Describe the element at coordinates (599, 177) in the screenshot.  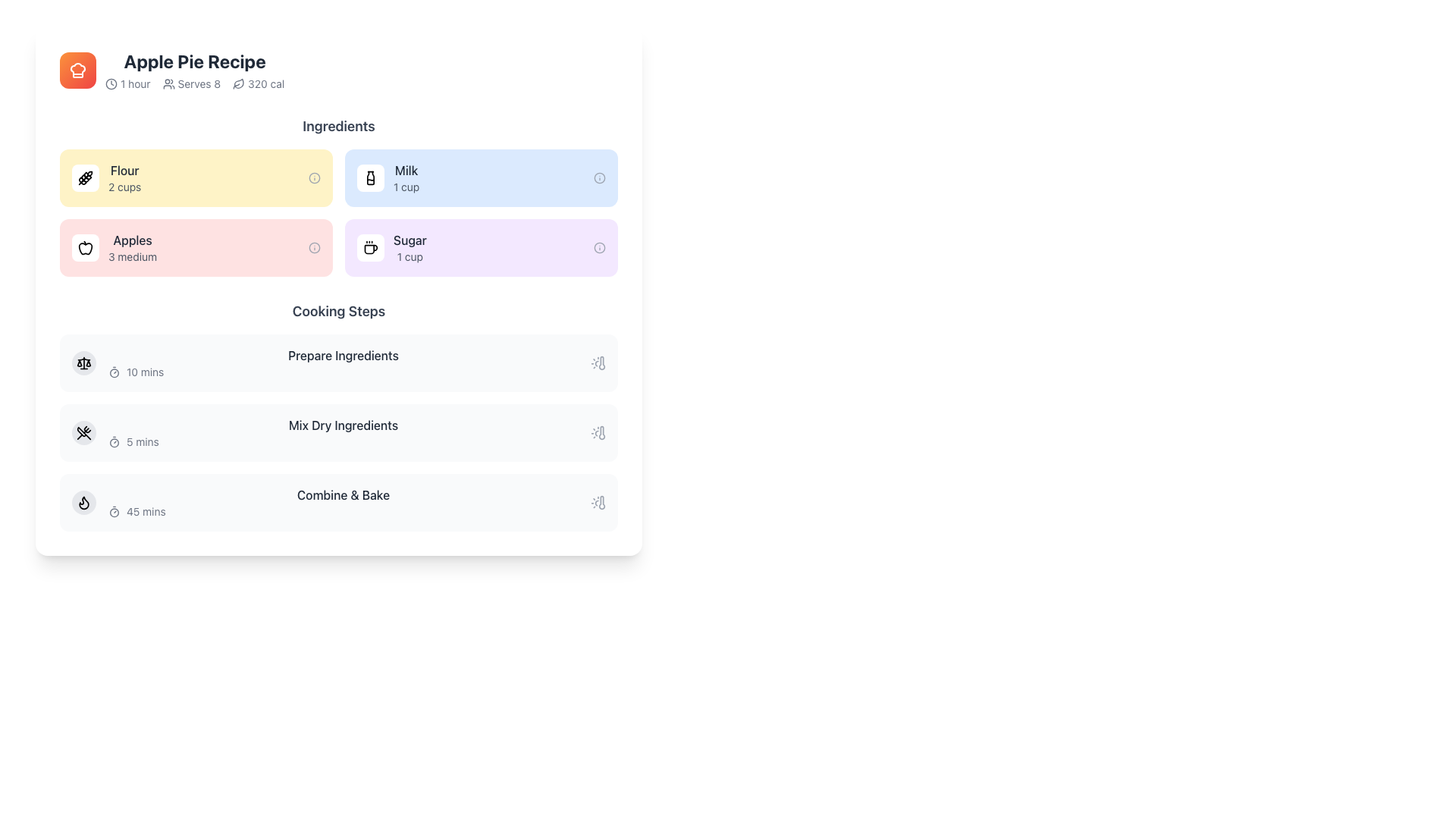
I see `the 'Information Icon' located on the right end of the blue card labeled 'Milk 1 cup' in the 'Ingredients' section` at that location.